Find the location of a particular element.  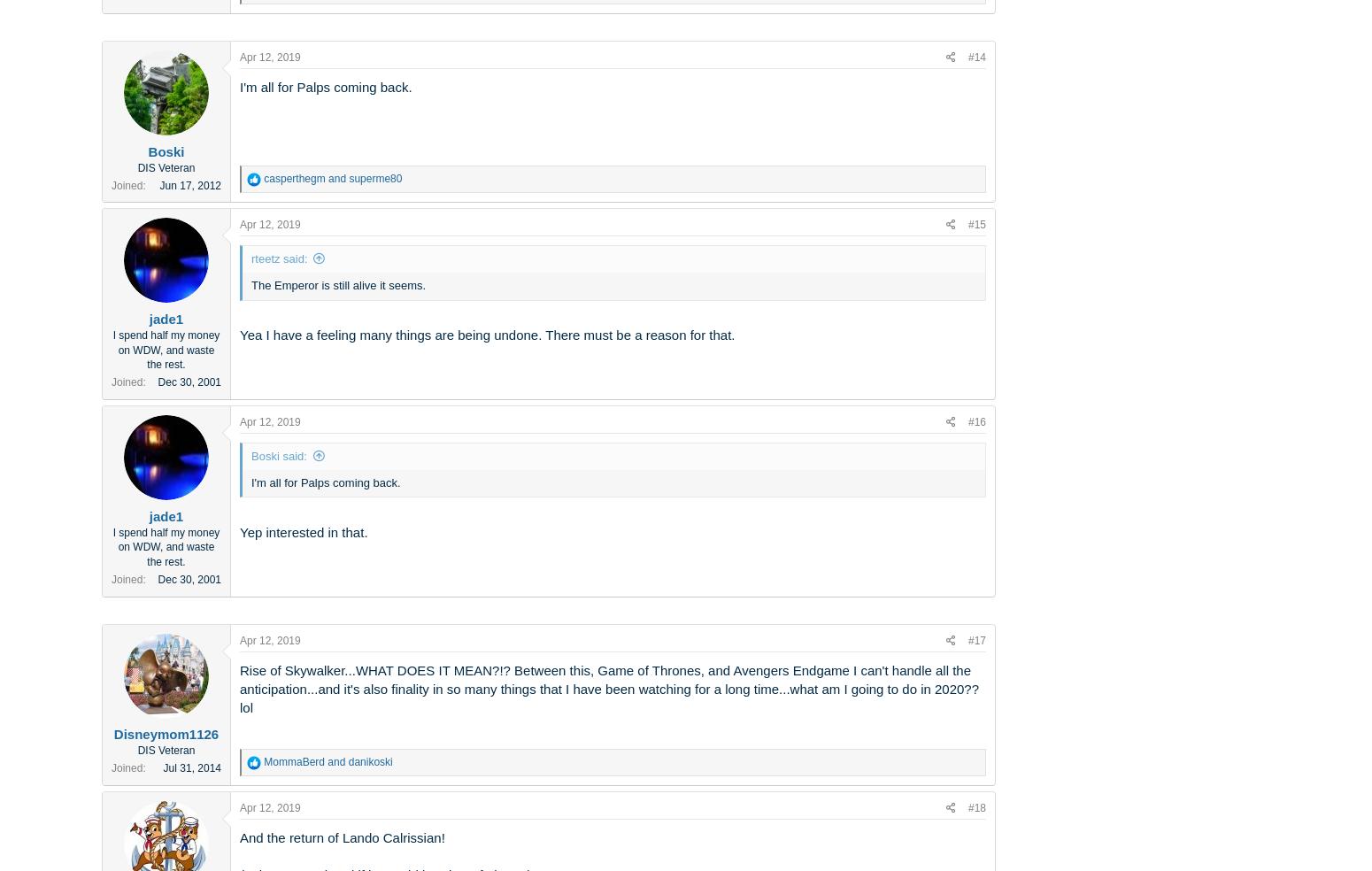

'#15' is located at coordinates (967, 223).